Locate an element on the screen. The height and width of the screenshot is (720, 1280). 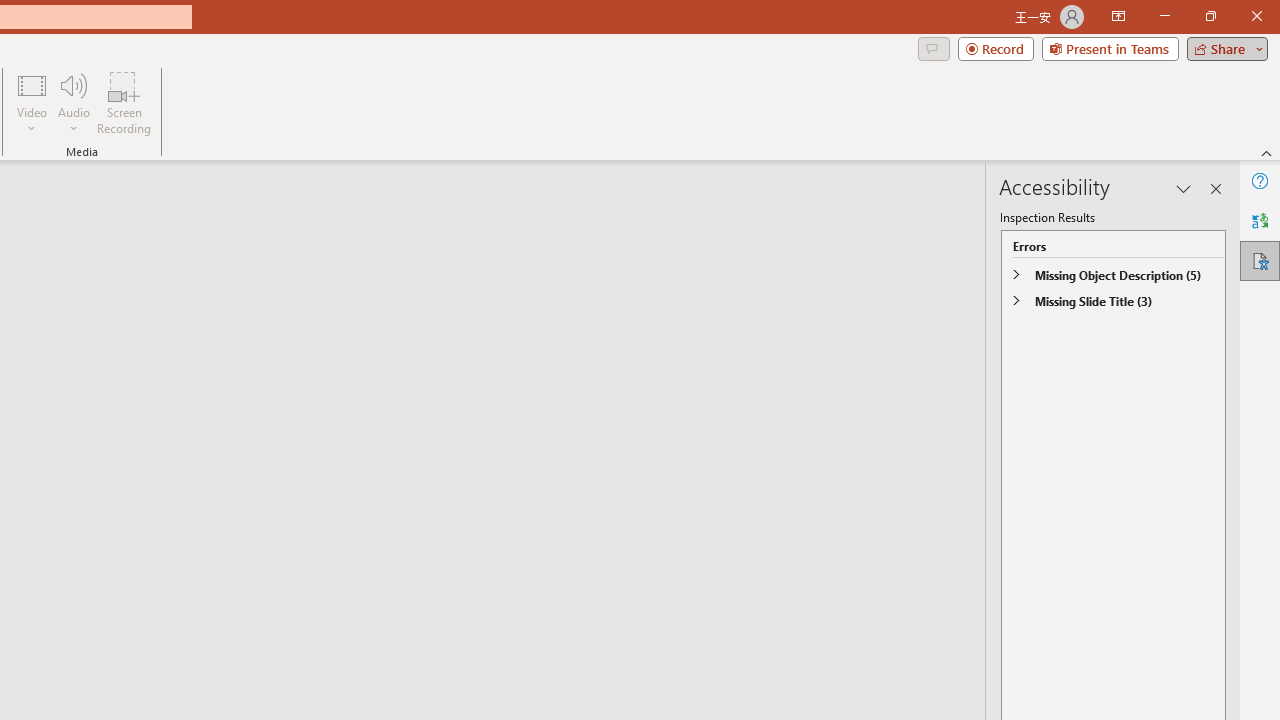
'Ribbon Display Options' is located at coordinates (1117, 16).